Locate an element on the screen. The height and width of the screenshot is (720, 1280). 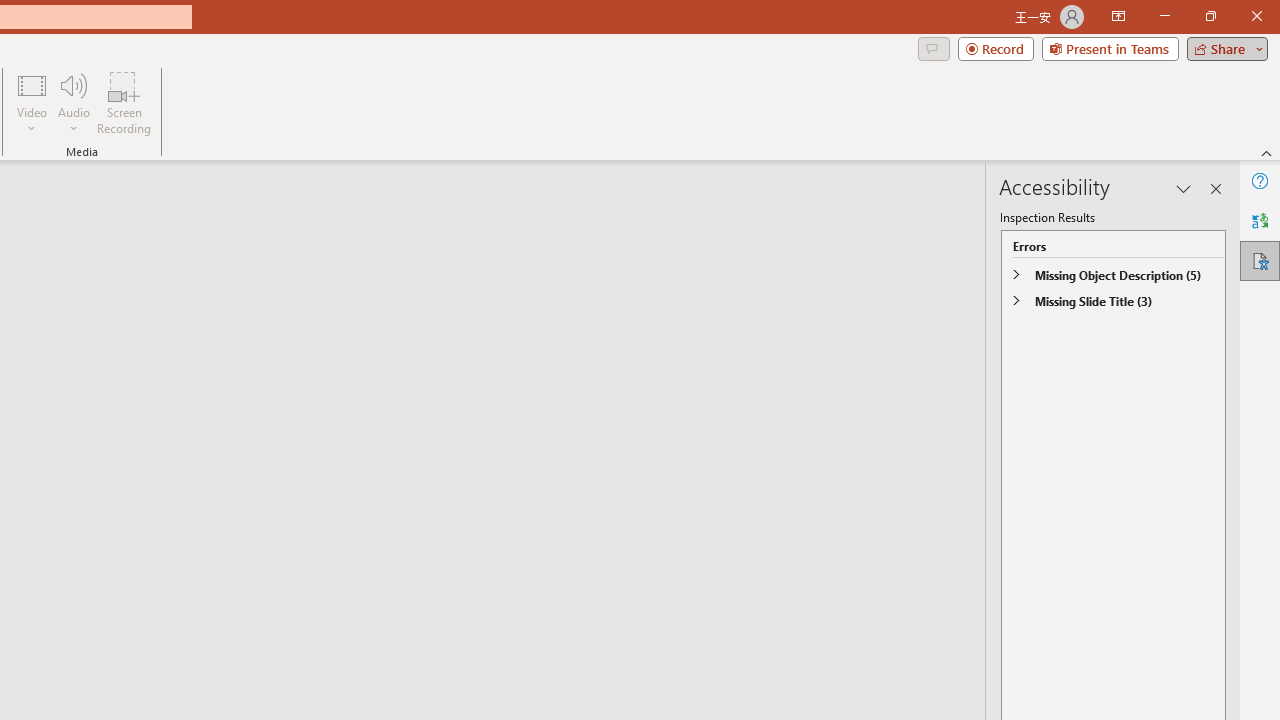
'Ribbon Display Options' is located at coordinates (1117, 16).